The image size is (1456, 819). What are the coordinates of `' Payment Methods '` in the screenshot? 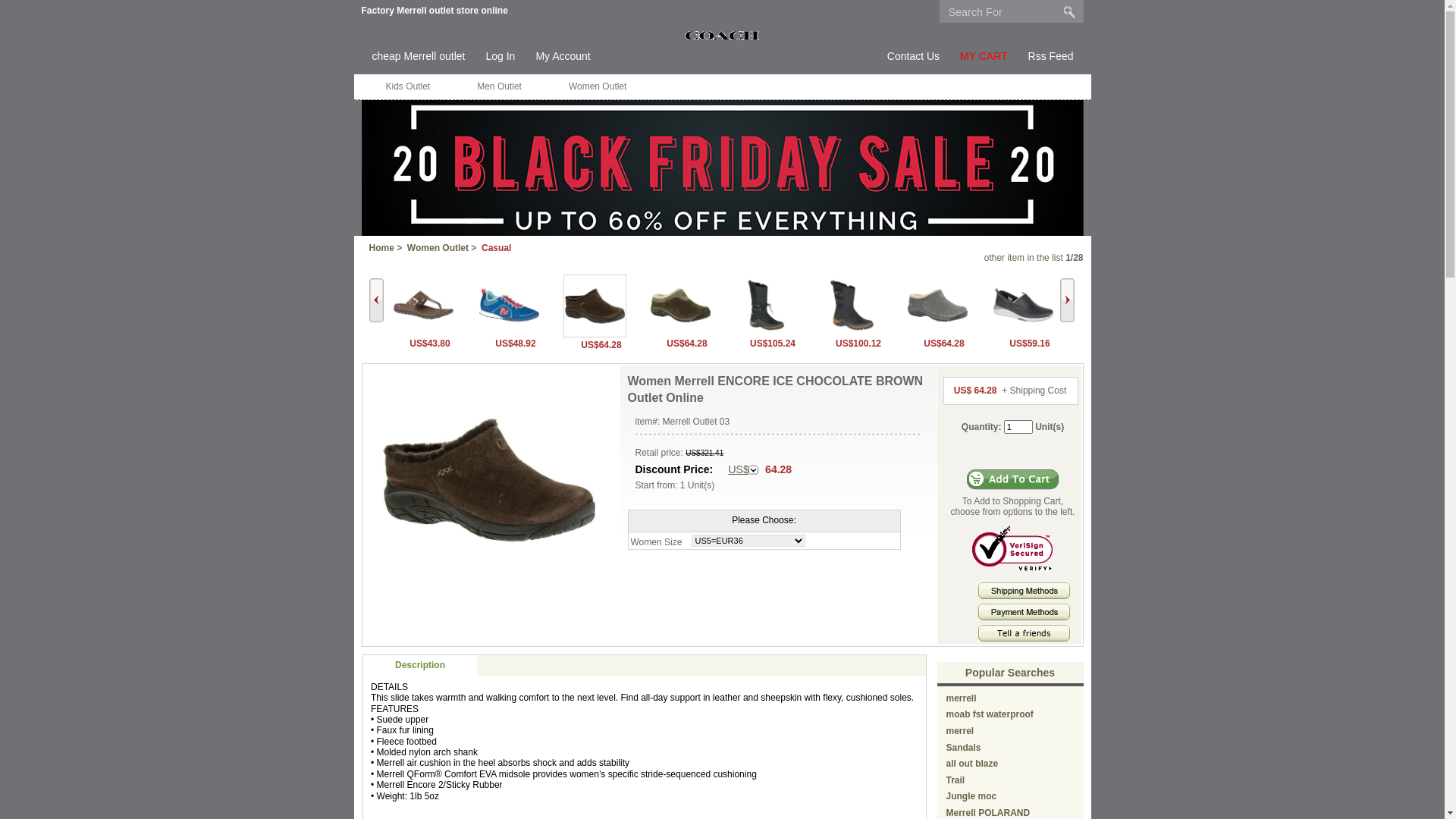 It's located at (1024, 610).